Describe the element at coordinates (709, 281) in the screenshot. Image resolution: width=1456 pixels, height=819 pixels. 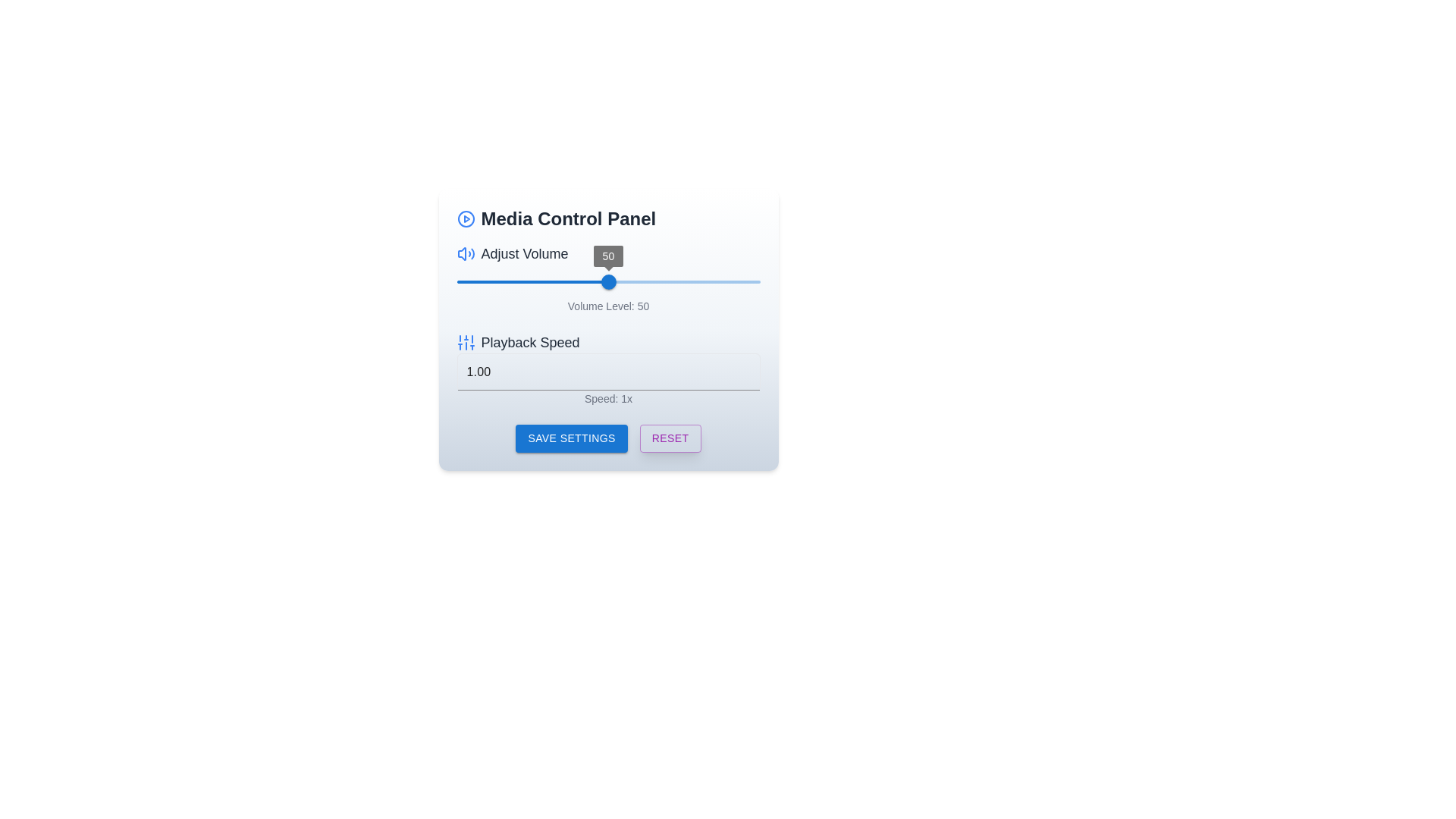
I see `the volume level` at that location.